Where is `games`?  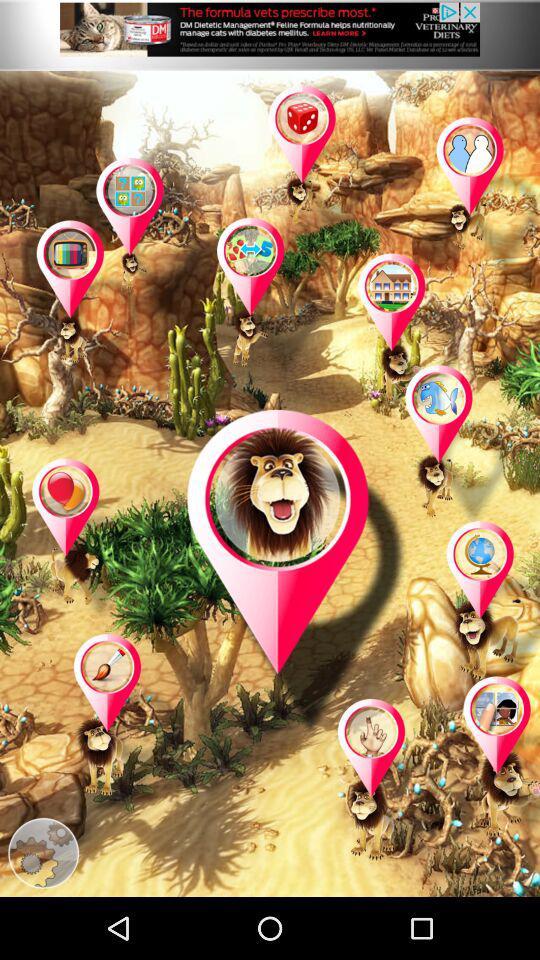 games is located at coordinates (482, 199).